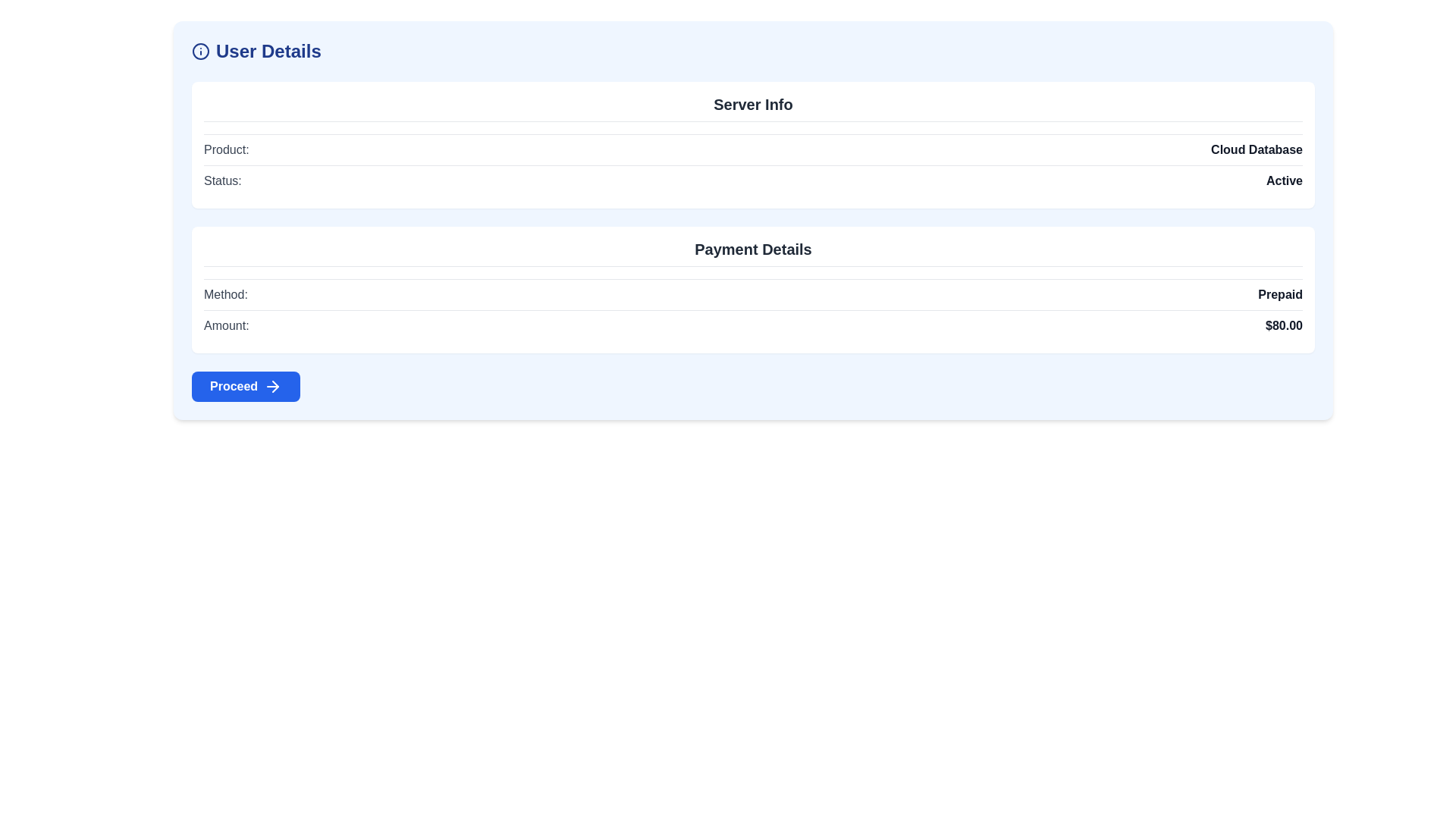  What do you see at coordinates (225, 325) in the screenshot?
I see `the text label displaying 'Amount:' which is styled in medium-weight gray font and is located in the 'Payment Details' section of the interface` at bounding box center [225, 325].